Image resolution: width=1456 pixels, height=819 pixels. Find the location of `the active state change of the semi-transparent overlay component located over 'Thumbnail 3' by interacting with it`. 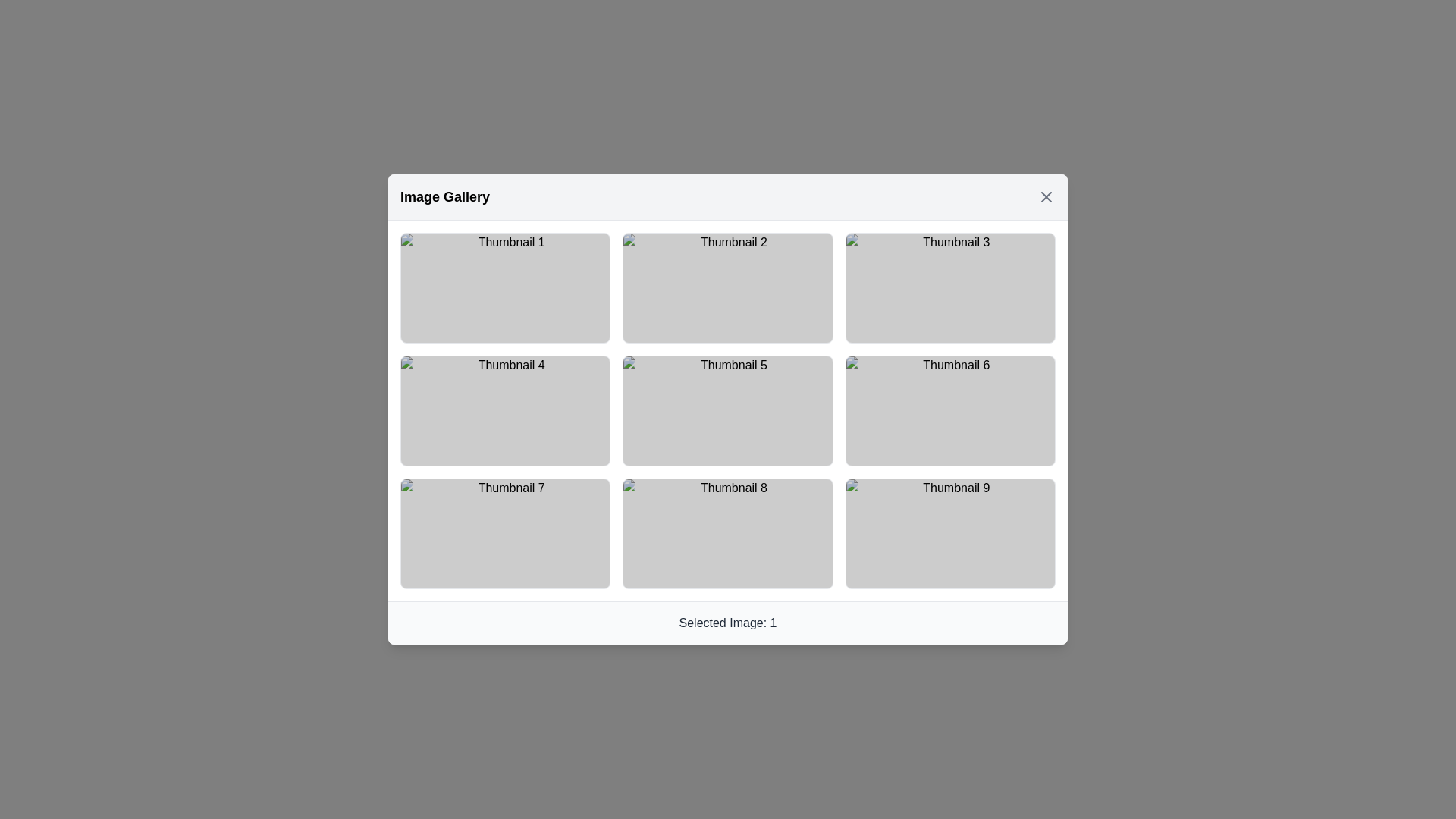

the active state change of the semi-transparent overlay component located over 'Thumbnail 3' by interacting with it is located at coordinates (949, 288).